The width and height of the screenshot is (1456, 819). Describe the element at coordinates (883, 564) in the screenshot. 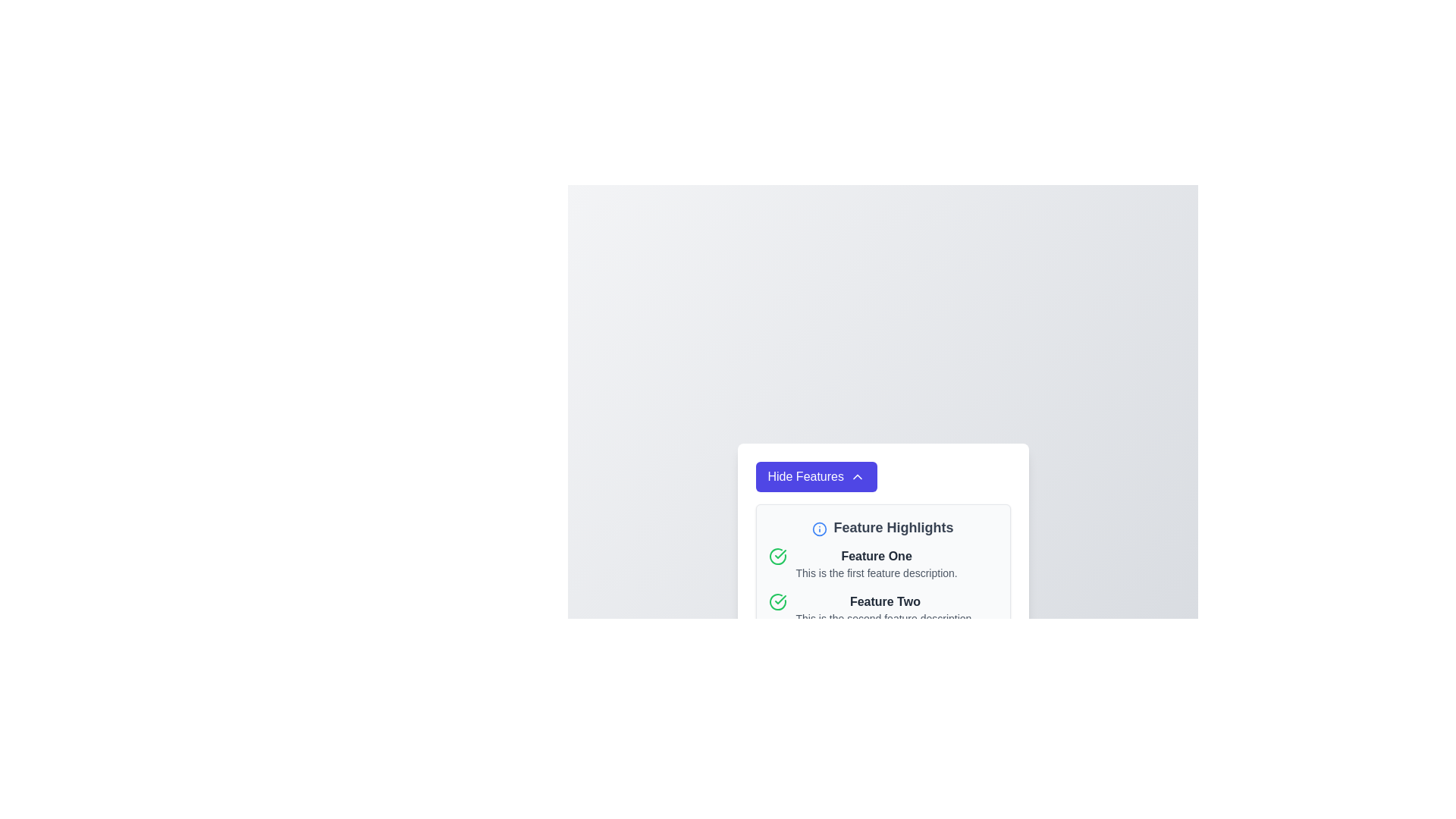

I see `text of the first Descriptive Feature Item located under the 'Feature Highlights' section, which displays a feature title with a description and a visual confirmation icon` at that location.